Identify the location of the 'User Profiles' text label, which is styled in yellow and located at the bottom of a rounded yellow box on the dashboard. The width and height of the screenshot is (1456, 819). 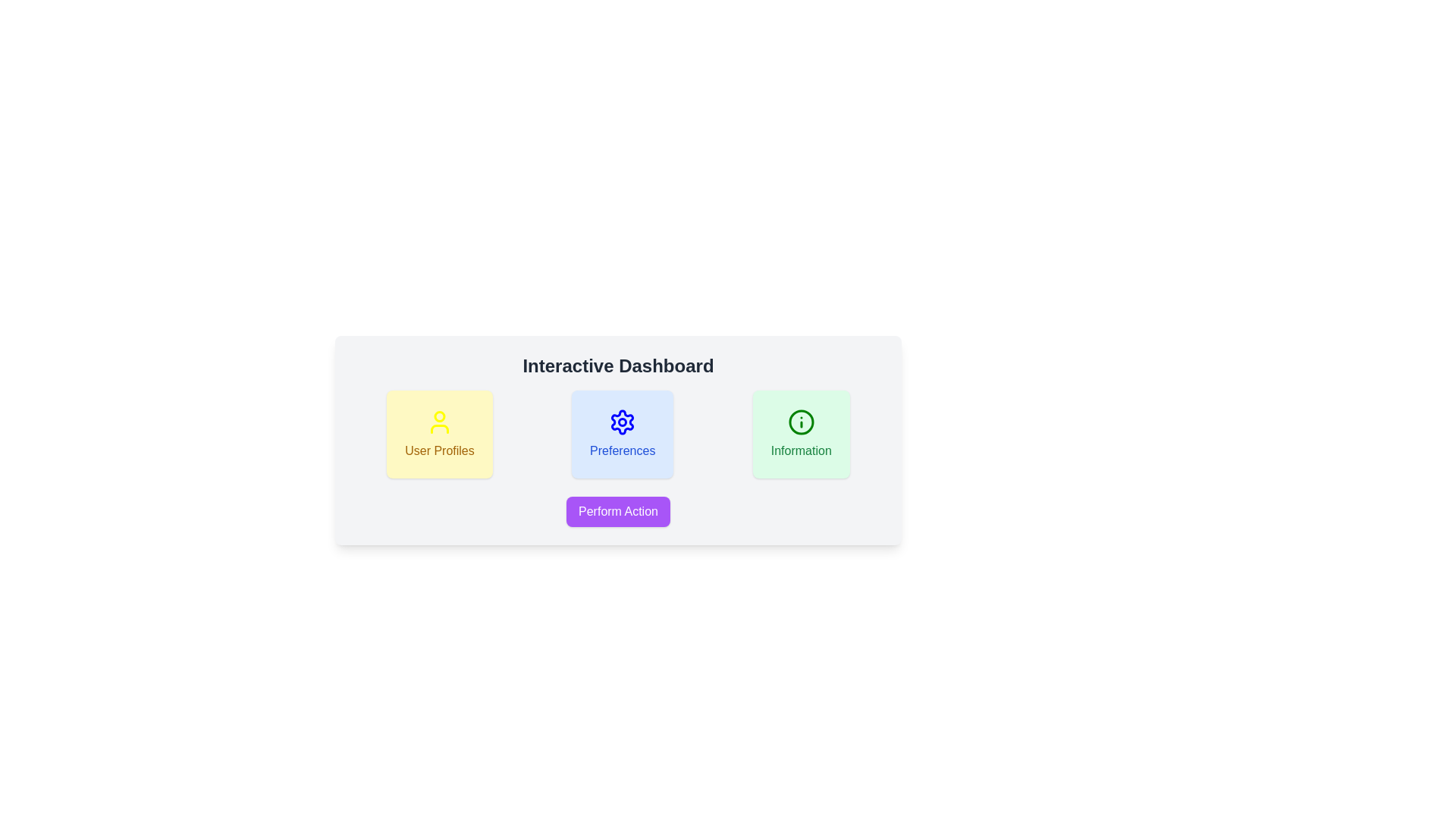
(439, 450).